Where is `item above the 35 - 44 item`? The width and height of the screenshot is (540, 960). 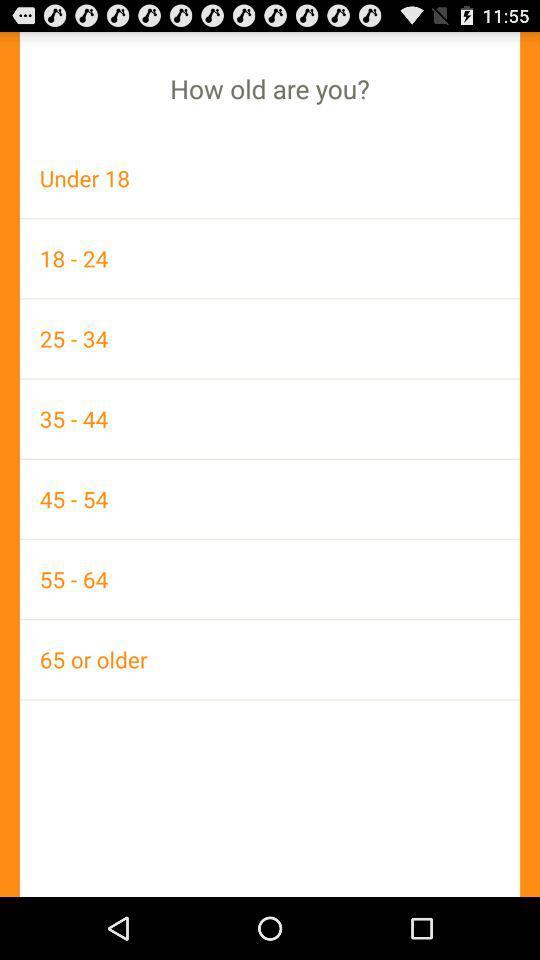
item above the 35 - 44 item is located at coordinates (270, 338).